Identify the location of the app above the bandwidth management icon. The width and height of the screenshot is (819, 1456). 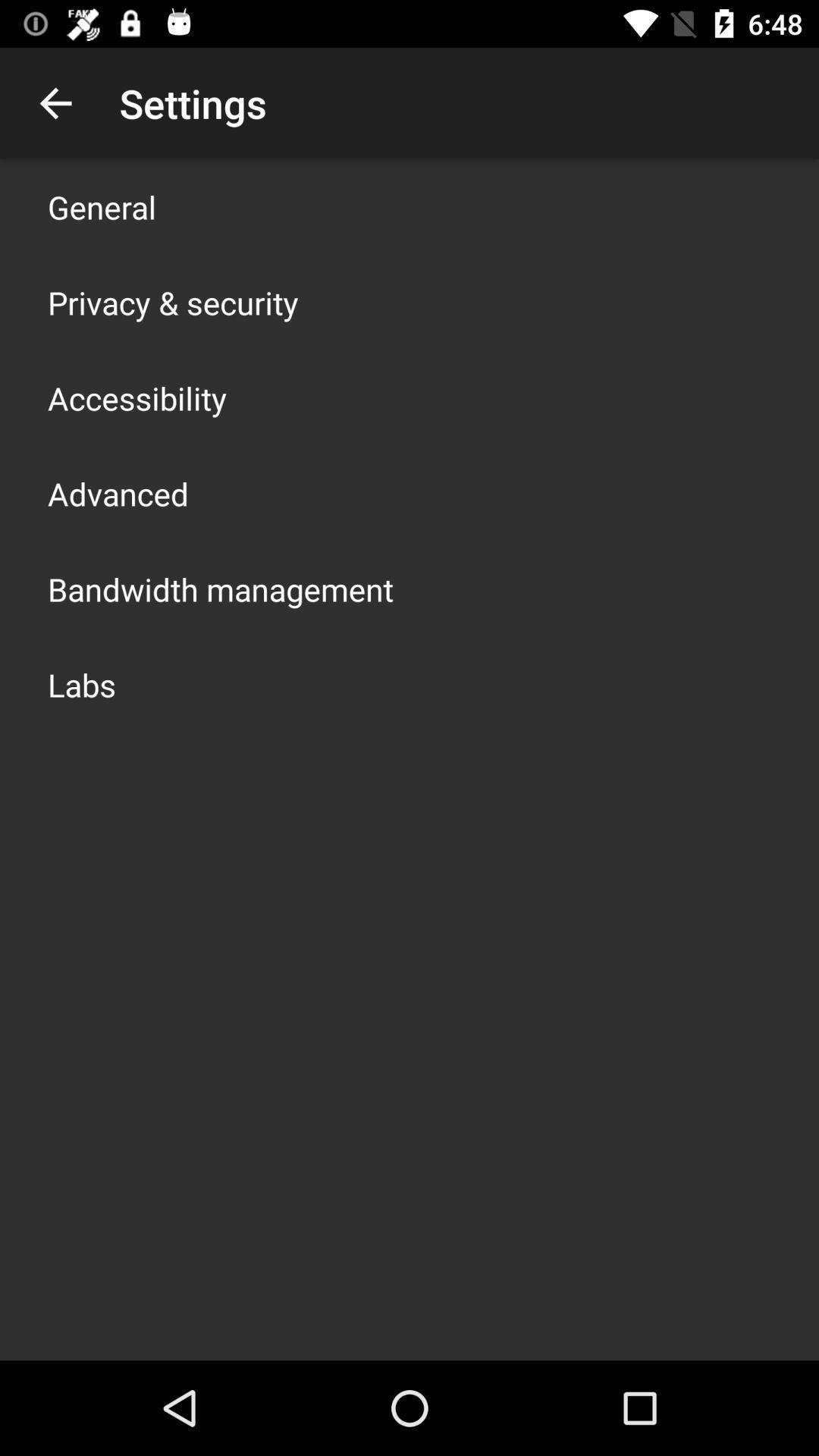
(117, 494).